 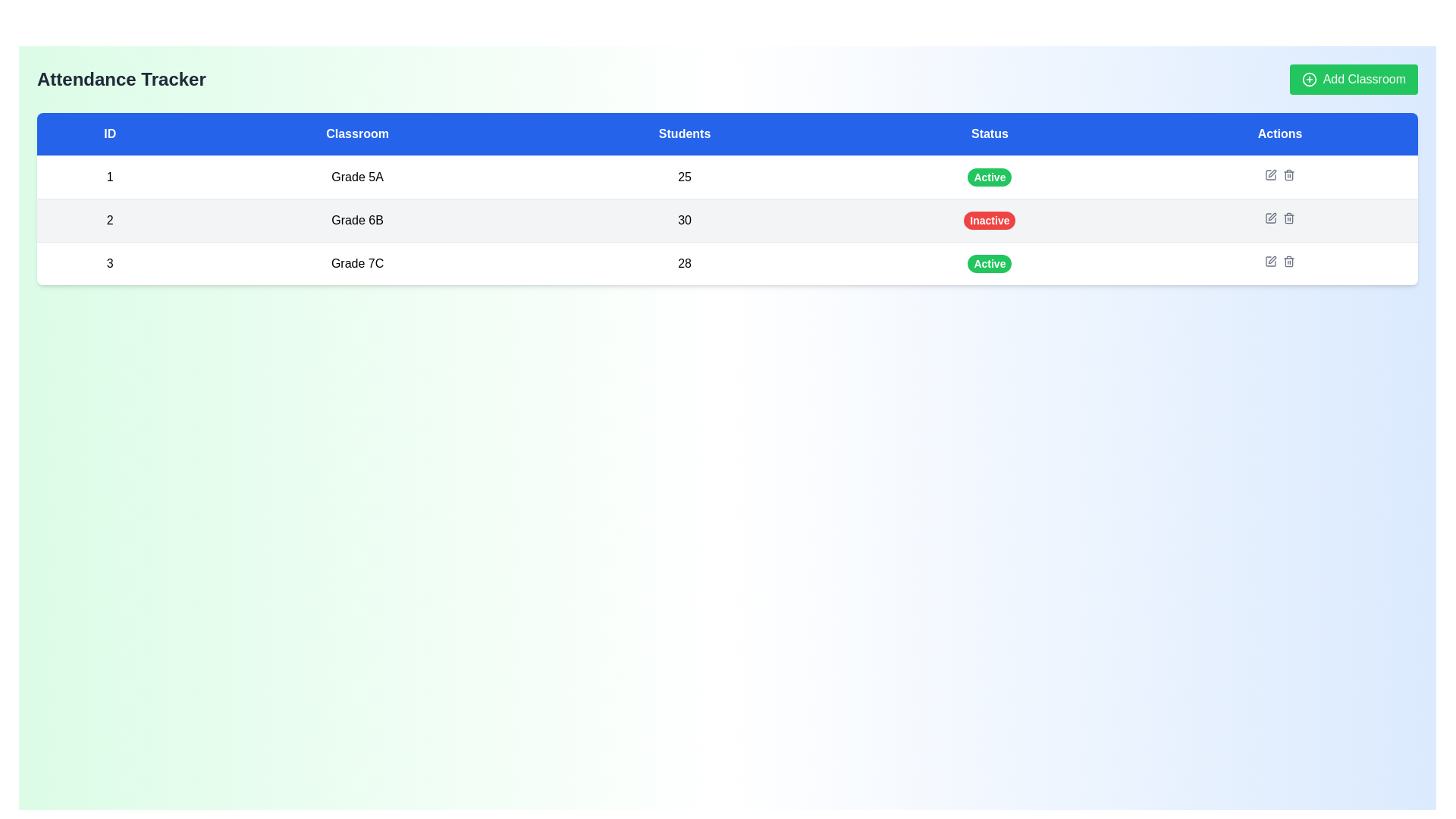 What do you see at coordinates (356, 262) in the screenshot?
I see `the centered text label displaying 'Grade 7C', located in the second column of the third row of a table` at bounding box center [356, 262].